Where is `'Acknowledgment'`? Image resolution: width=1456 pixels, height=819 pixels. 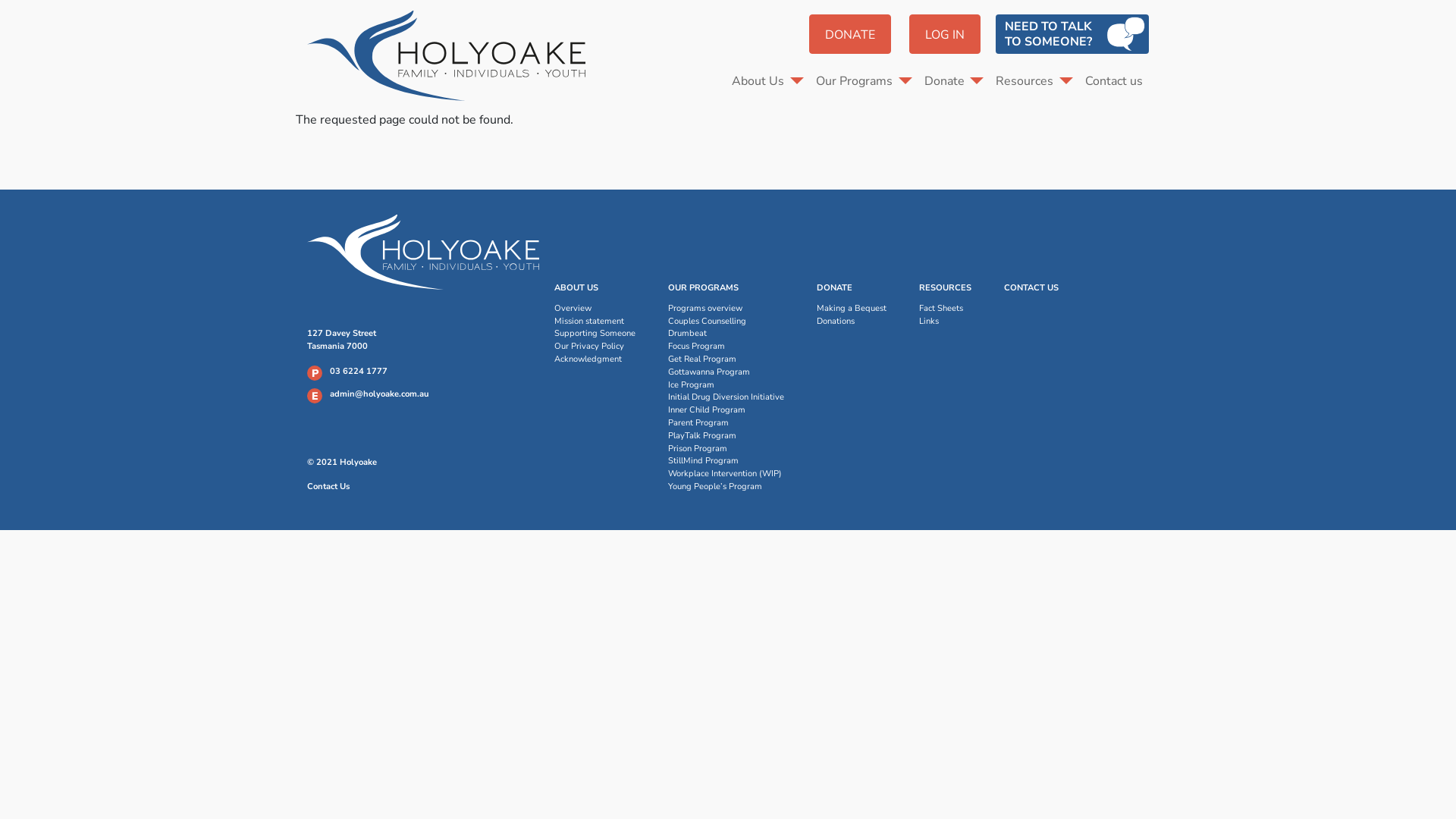 'Acknowledgment' is located at coordinates (594, 359).